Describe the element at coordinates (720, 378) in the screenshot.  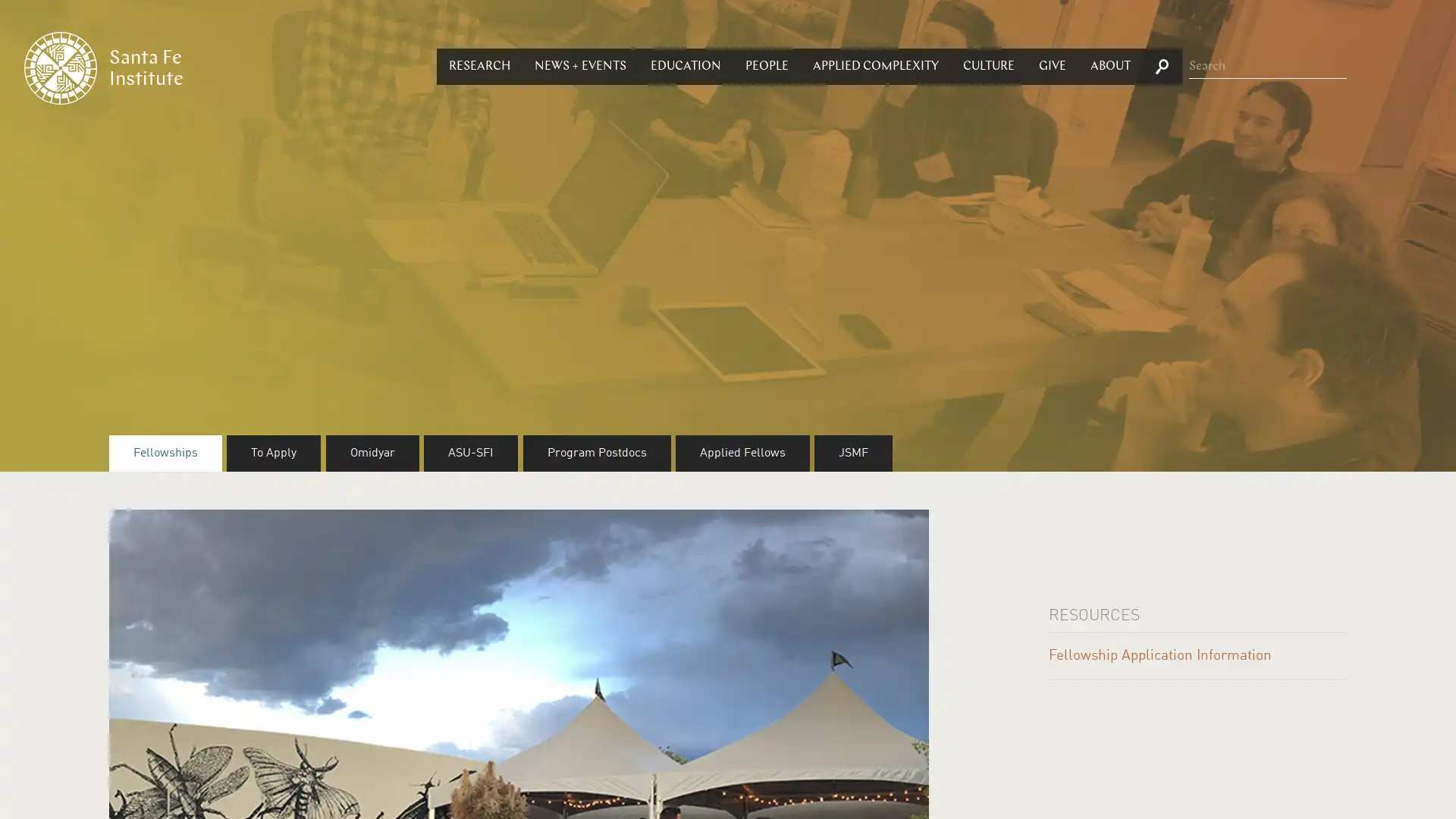
I see `Login` at that location.